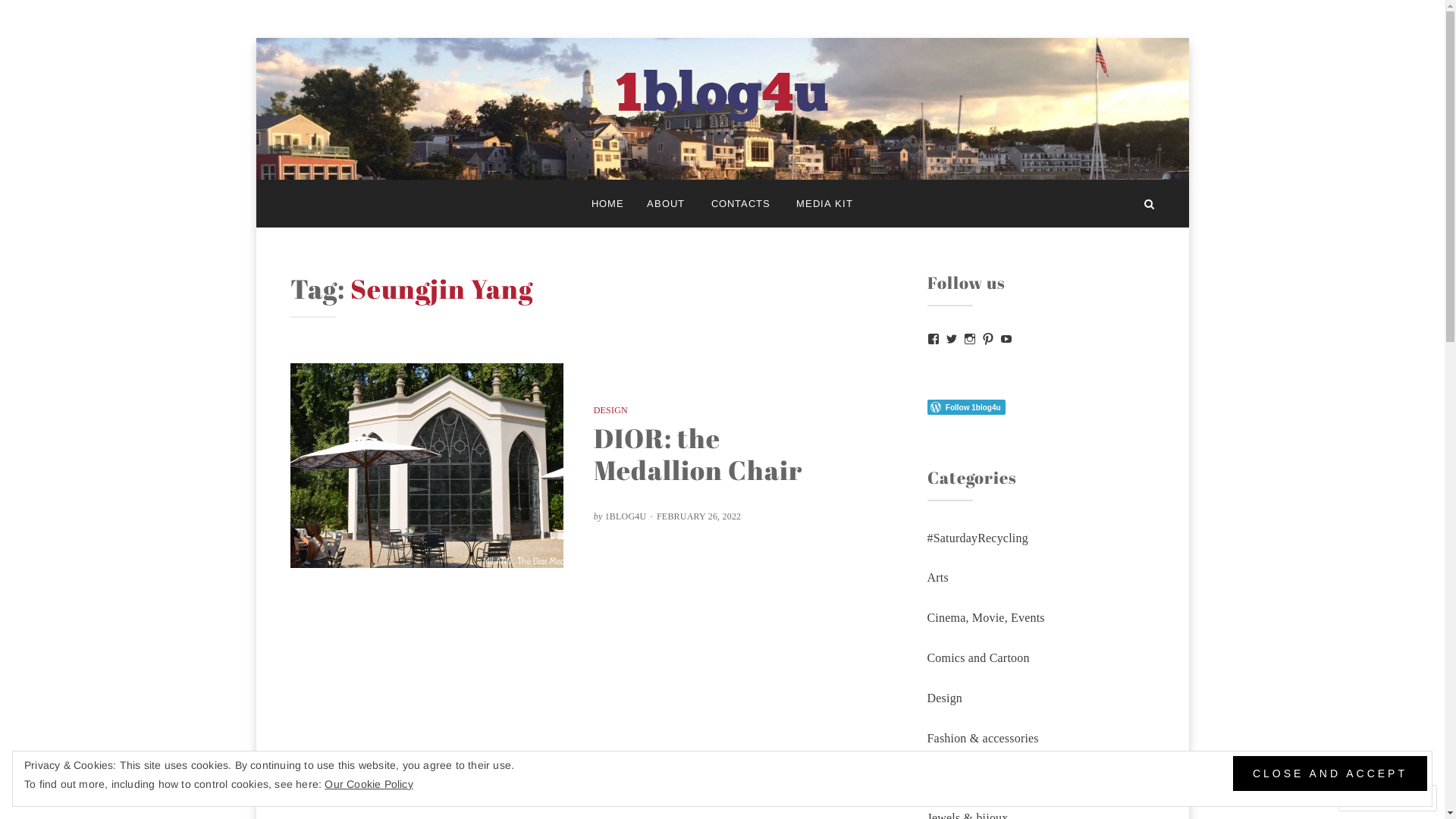  What do you see at coordinates (739, 202) in the screenshot?
I see `'CONTACTS'` at bounding box center [739, 202].